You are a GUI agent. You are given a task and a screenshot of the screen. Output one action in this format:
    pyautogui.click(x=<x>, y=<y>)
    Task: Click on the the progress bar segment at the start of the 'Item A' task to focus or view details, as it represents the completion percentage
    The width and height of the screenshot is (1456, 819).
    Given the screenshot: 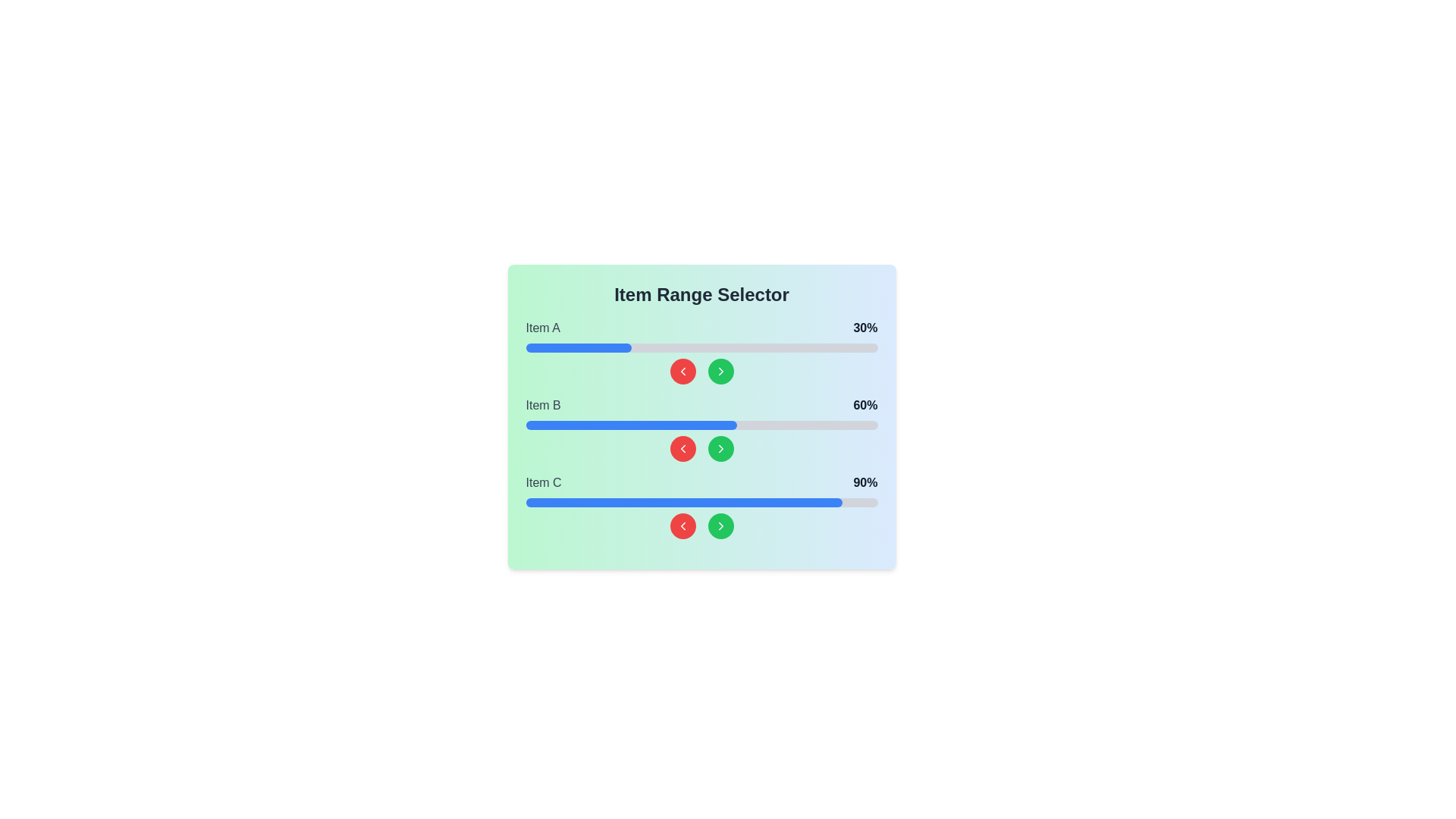 What is the action you would take?
    pyautogui.click(x=578, y=348)
    